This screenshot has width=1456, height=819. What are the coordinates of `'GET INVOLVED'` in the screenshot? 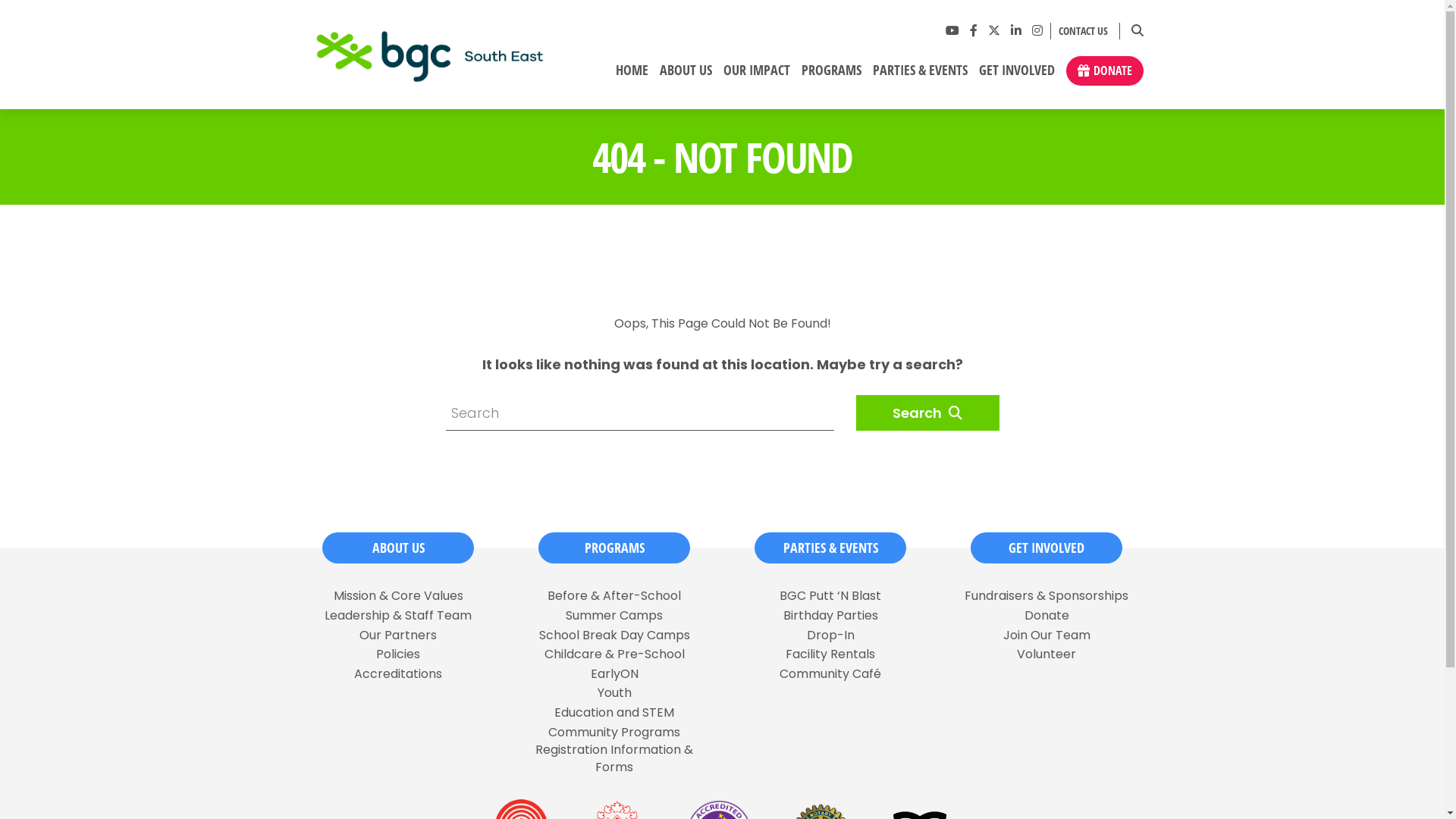 It's located at (1046, 548).